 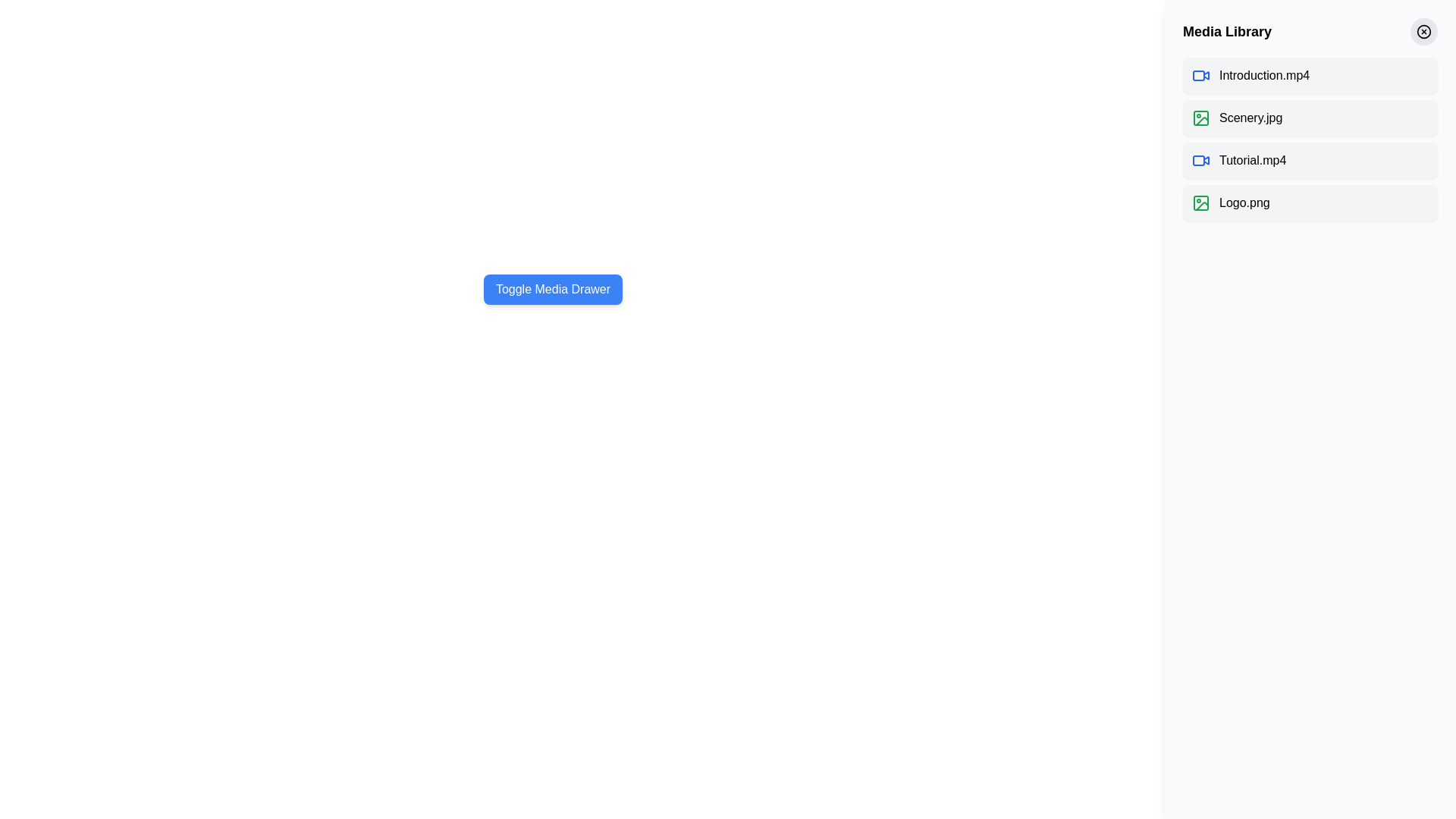 I want to click on the landscape image icon depicting a mountain and sun, which is located to the left of the text 'Scenery.jpg' in the Media Library section, so click(x=1200, y=117).